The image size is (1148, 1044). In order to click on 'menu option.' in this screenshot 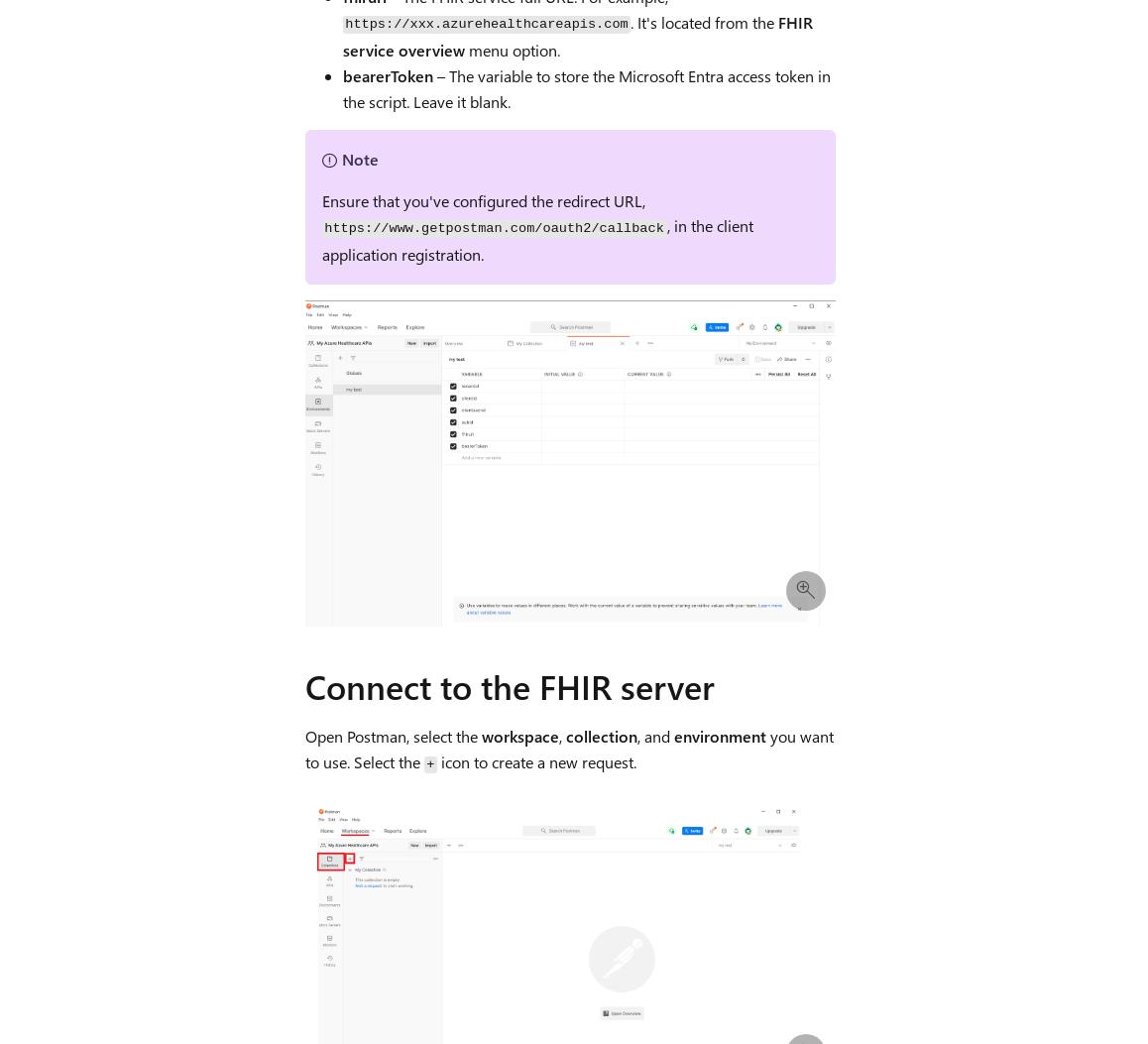, I will do `click(511, 49)`.